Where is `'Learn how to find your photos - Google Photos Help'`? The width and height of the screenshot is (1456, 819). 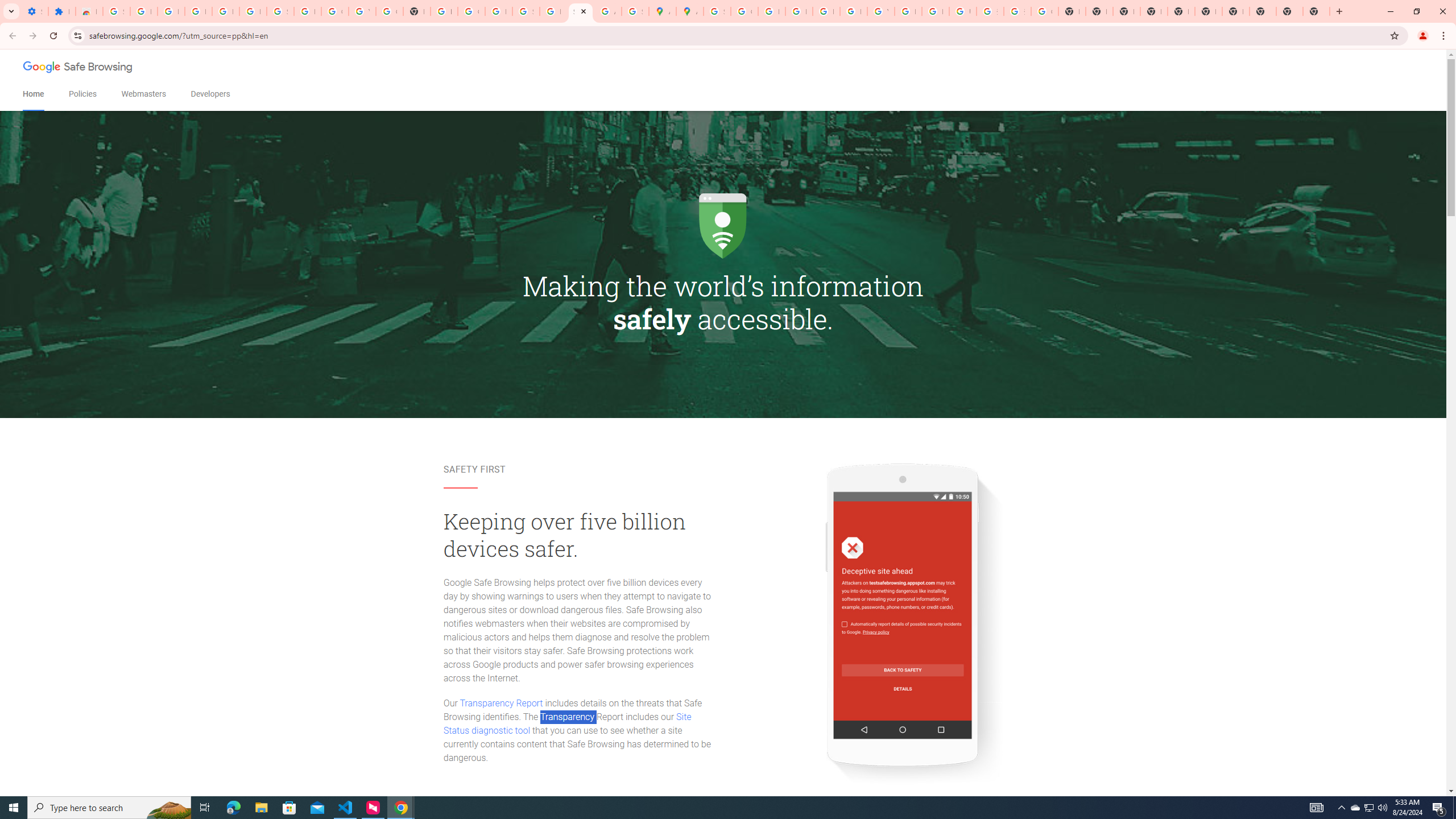
'Learn how to find your photos - Google Photos Help' is located at coordinates (225, 11).